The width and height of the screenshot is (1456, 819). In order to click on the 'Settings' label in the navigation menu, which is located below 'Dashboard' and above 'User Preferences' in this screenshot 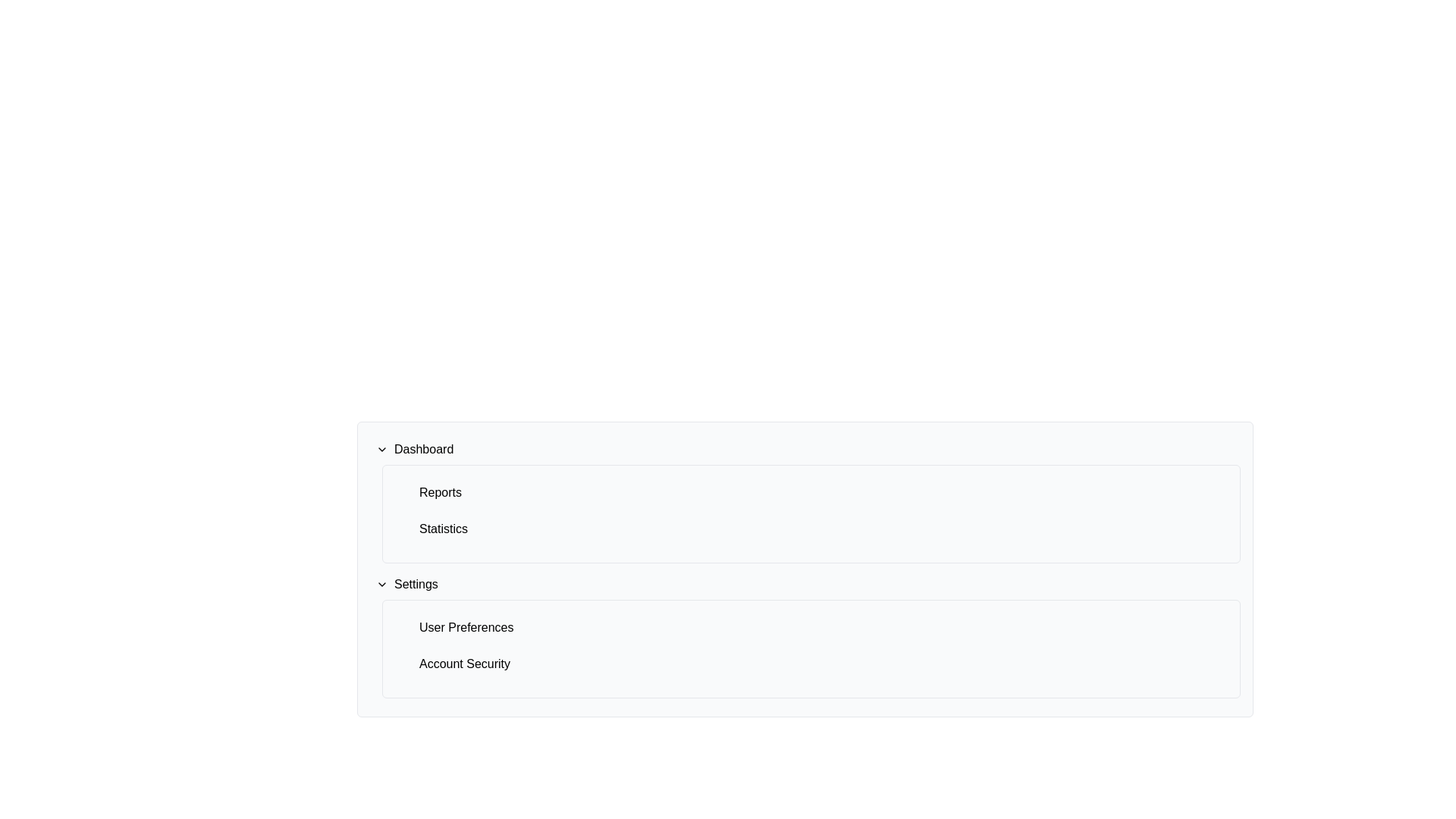, I will do `click(416, 584)`.